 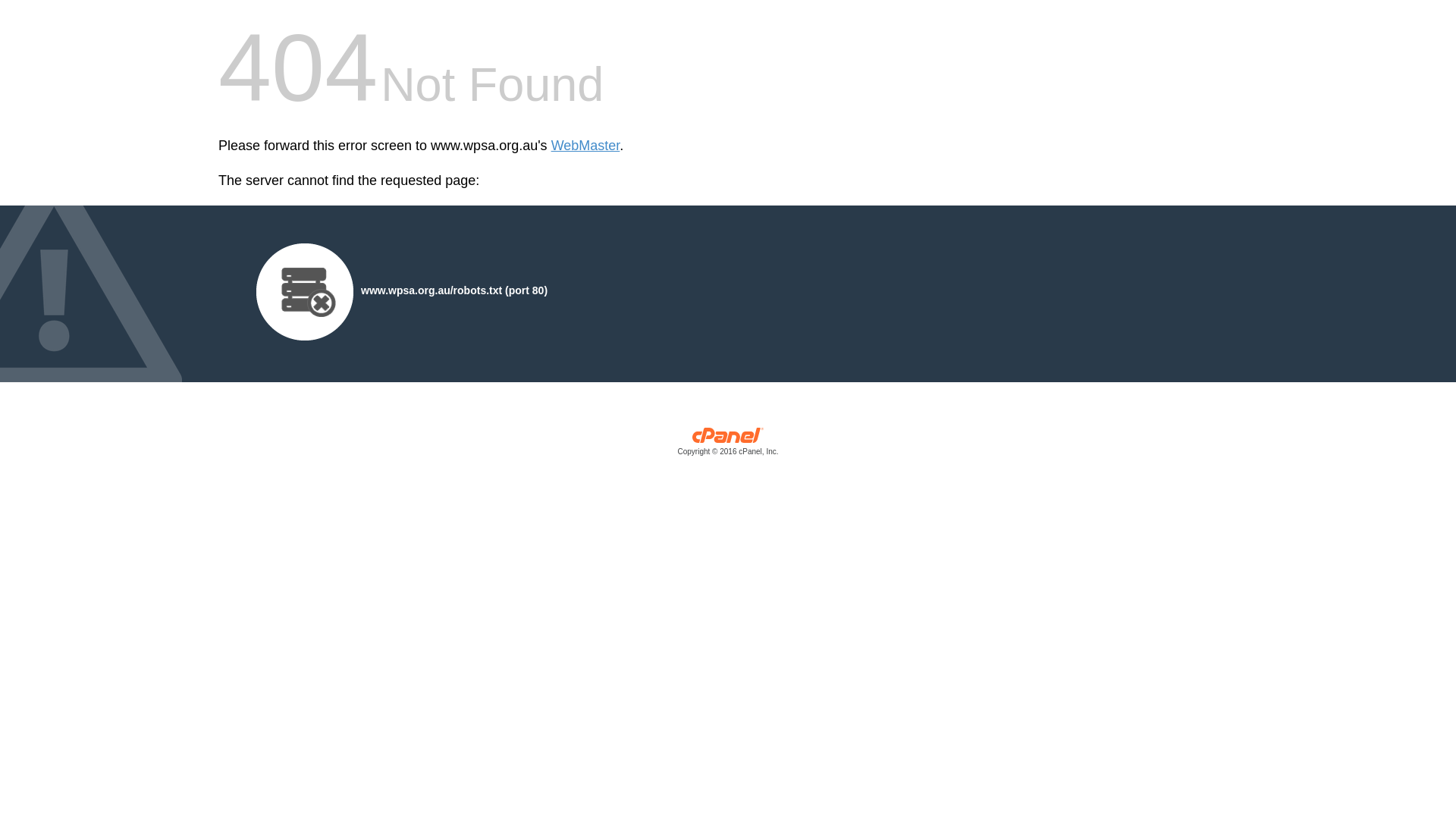 What do you see at coordinates (585, 146) in the screenshot?
I see `'WebMaster'` at bounding box center [585, 146].